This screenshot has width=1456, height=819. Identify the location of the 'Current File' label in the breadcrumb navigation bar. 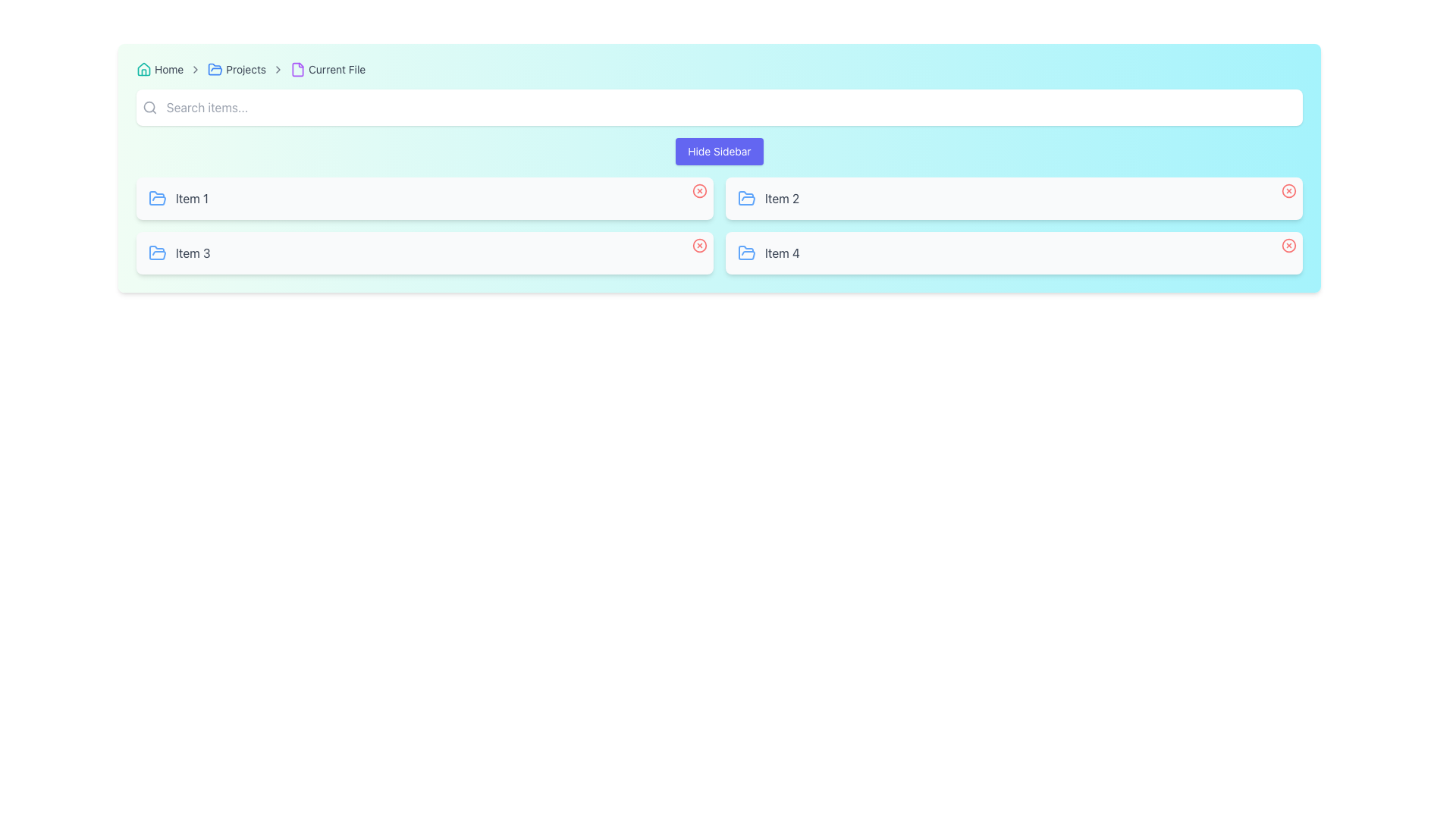
(327, 70).